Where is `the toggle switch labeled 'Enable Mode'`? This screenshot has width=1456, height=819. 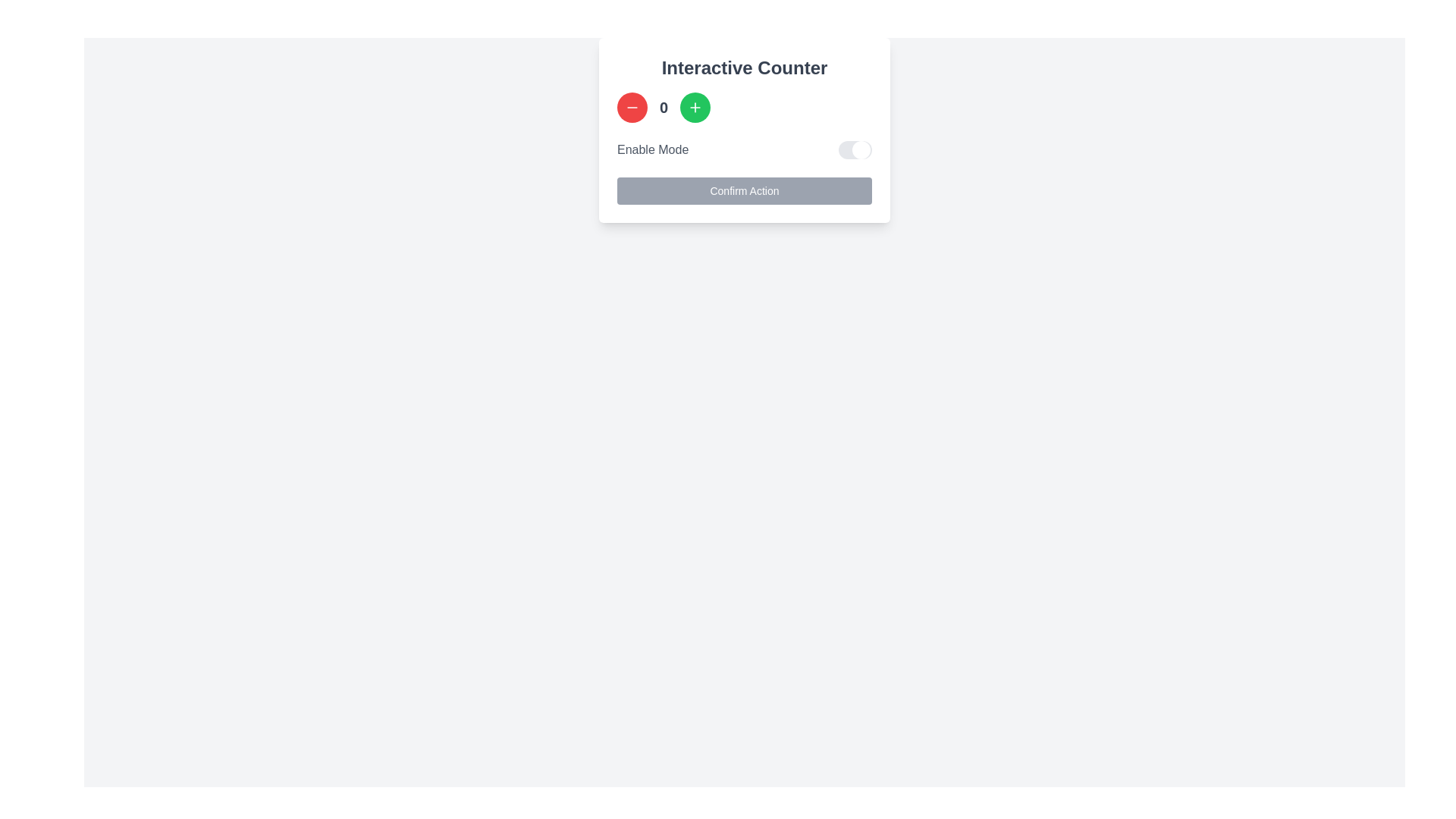
the toggle switch labeled 'Enable Mode' is located at coordinates (745, 149).